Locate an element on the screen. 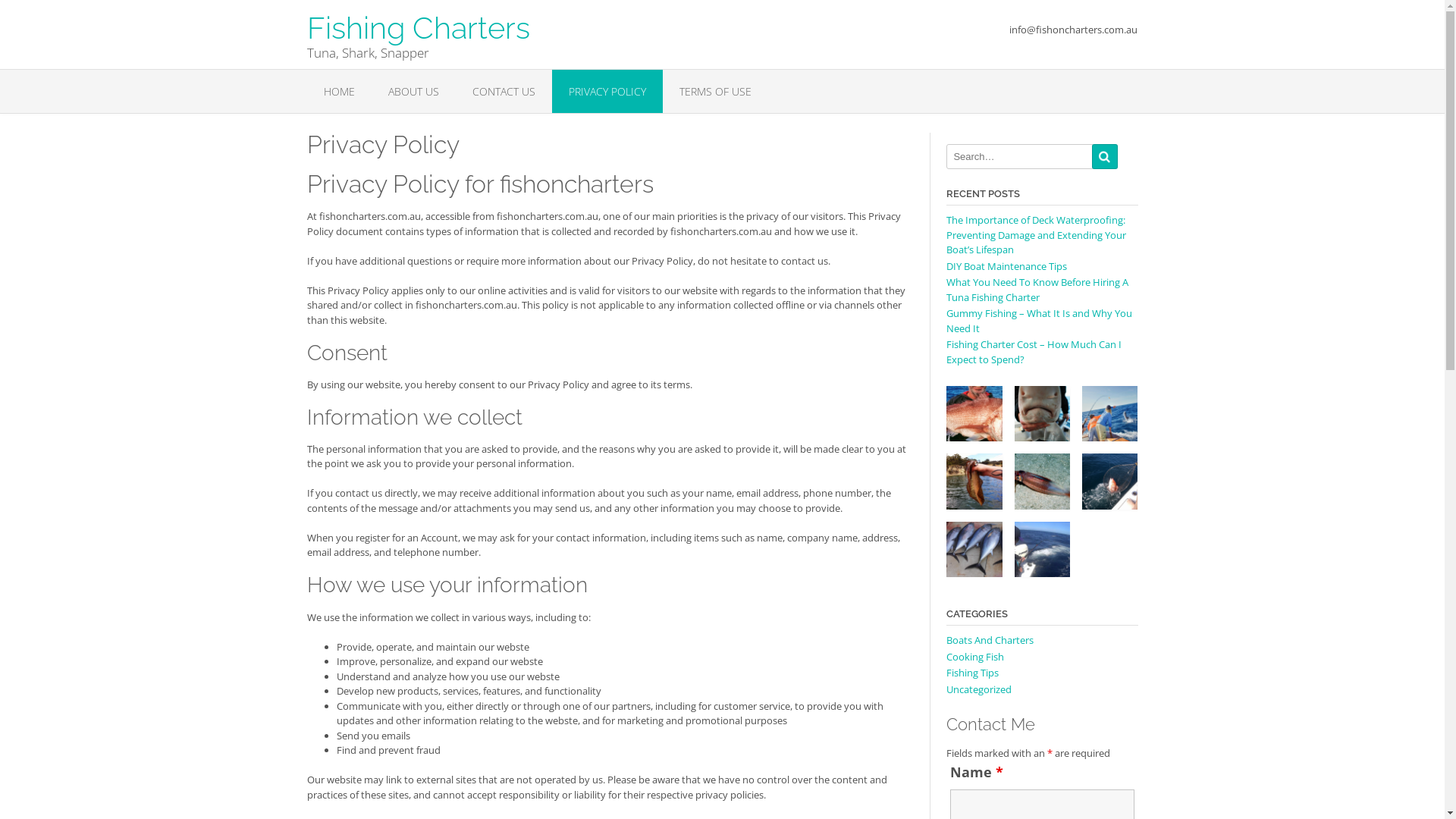 The image size is (1456, 819). 'CONTACT US' is located at coordinates (454, 91).